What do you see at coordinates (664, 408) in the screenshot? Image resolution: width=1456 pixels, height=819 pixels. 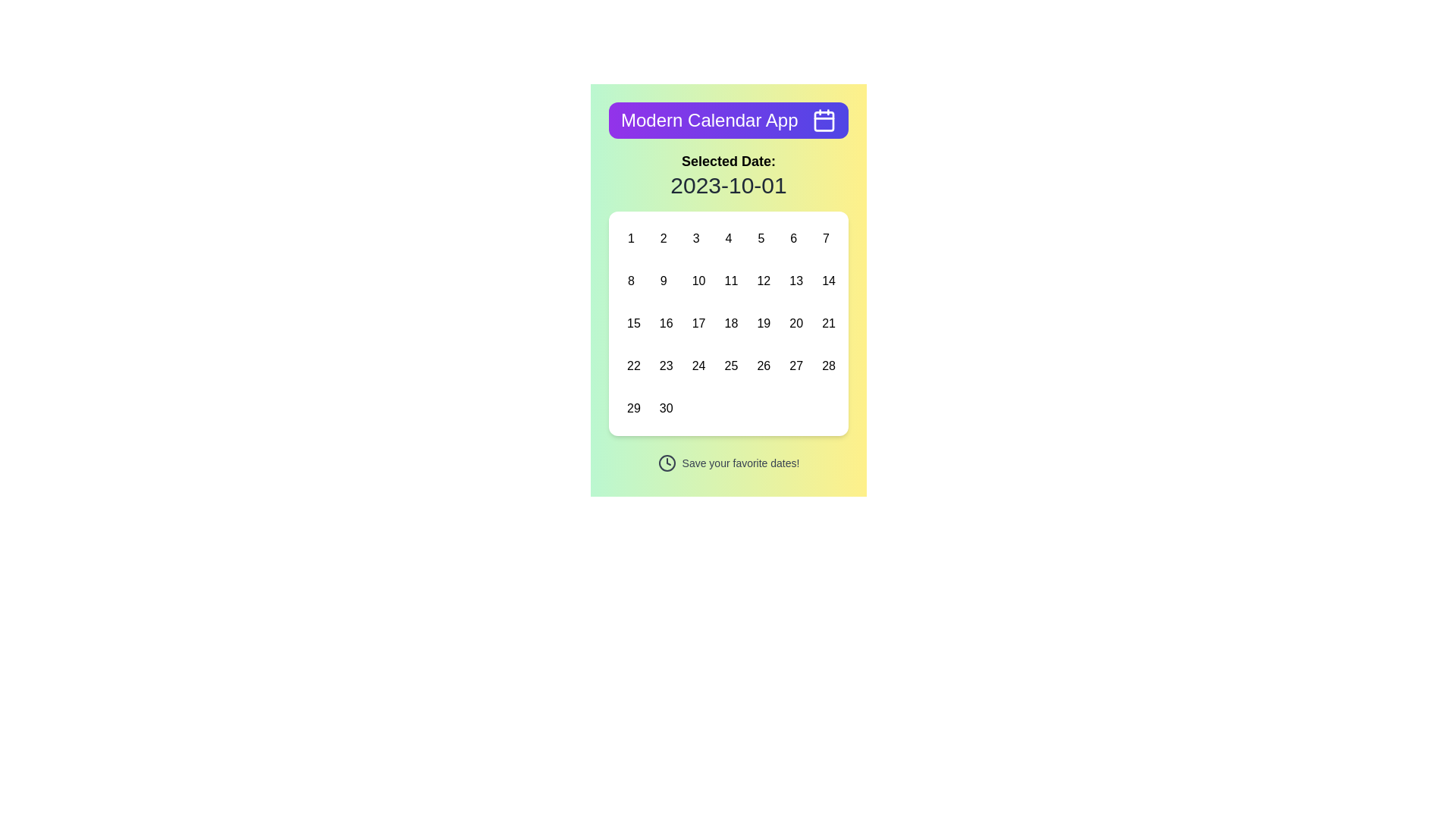 I see `the rectangular button labeled '30' in the bottom-right corner of the calendar grid` at bounding box center [664, 408].